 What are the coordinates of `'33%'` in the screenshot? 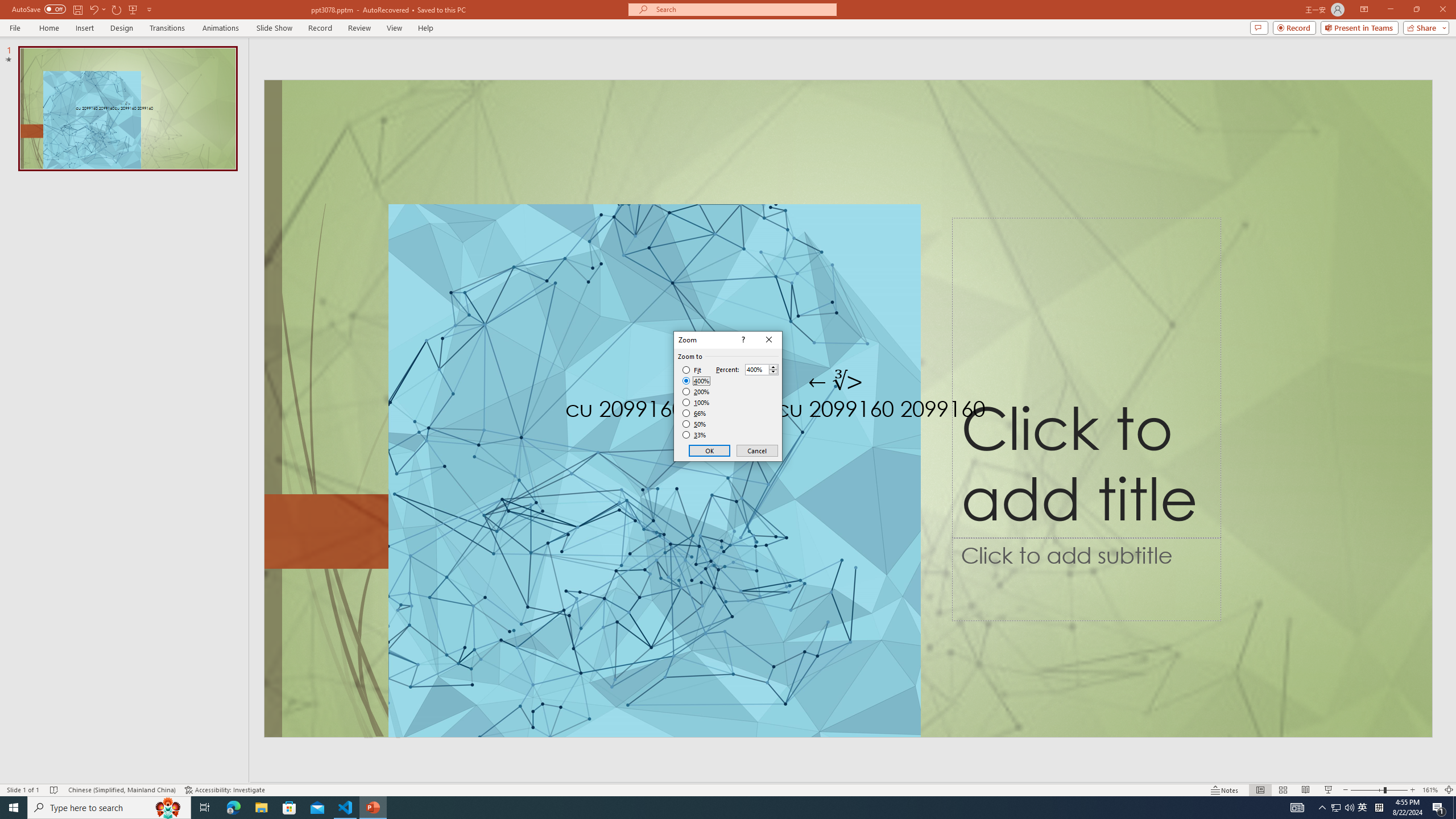 It's located at (695, 435).